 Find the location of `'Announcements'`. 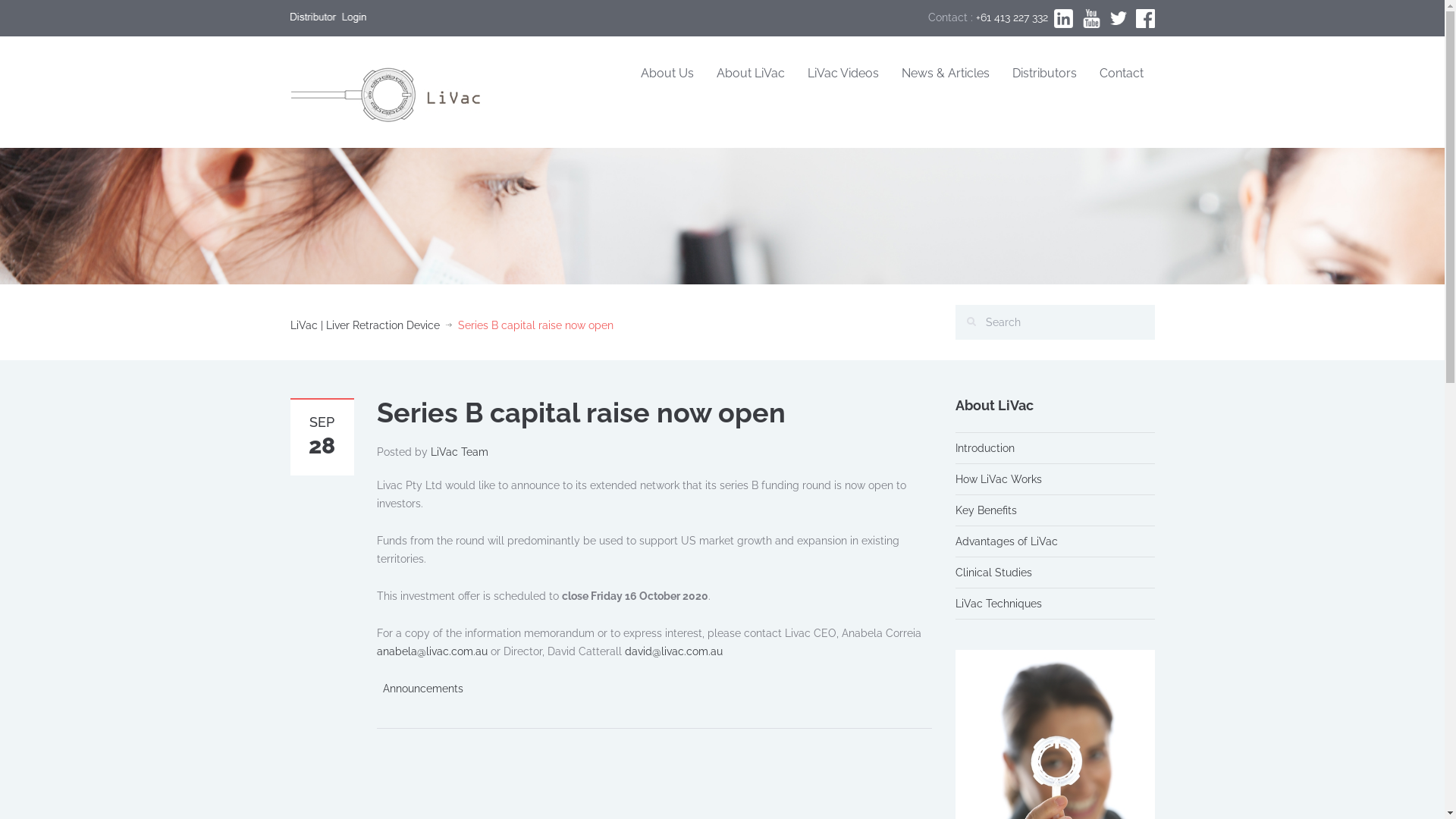

'Announcements' is located at coordinates (422, 688).